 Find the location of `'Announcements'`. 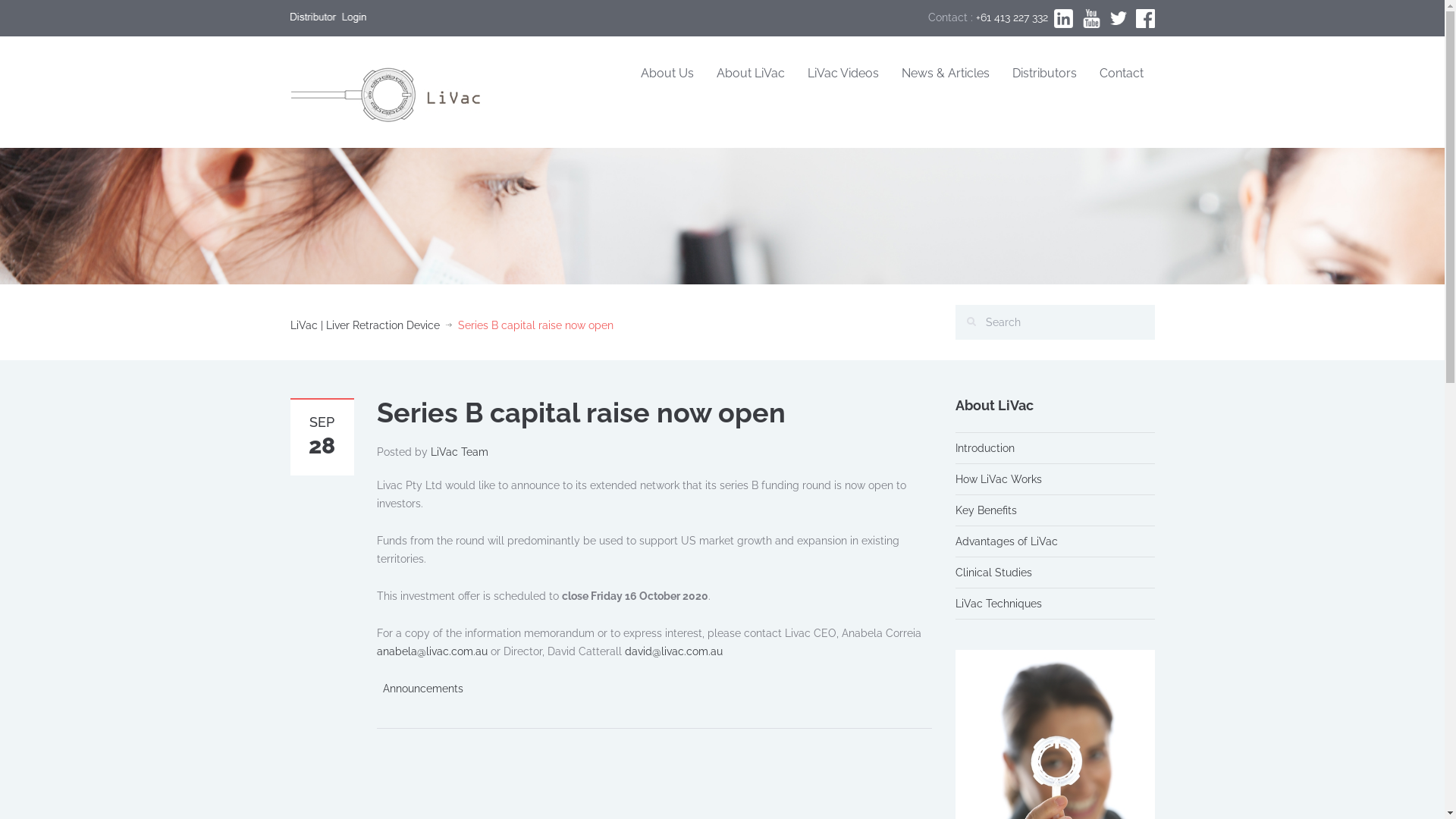

'Announcements' is located at coordinates (422, 688).